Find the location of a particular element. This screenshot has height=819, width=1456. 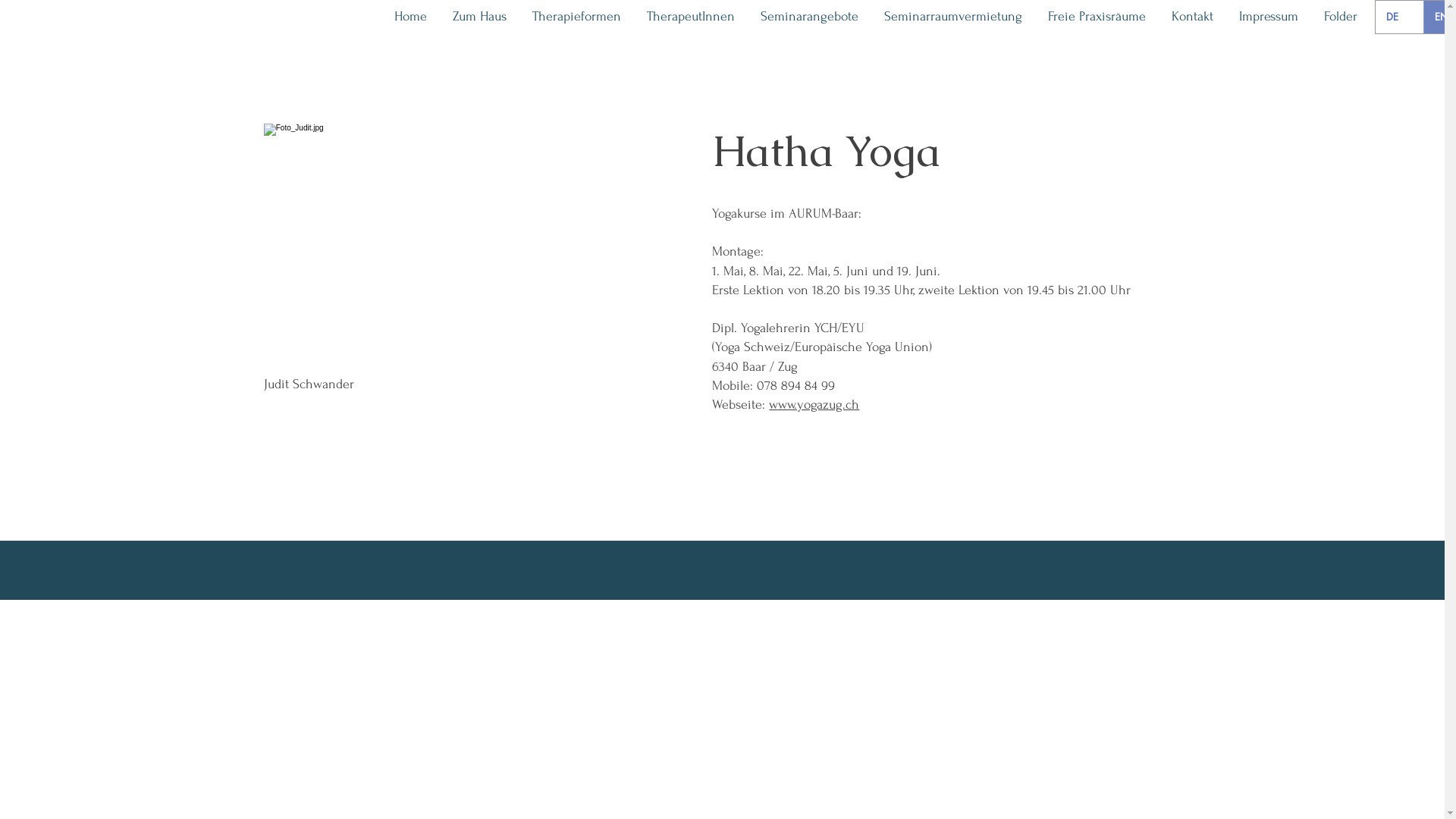

'TherapeutInnen' is located at coordinates (690, 17).